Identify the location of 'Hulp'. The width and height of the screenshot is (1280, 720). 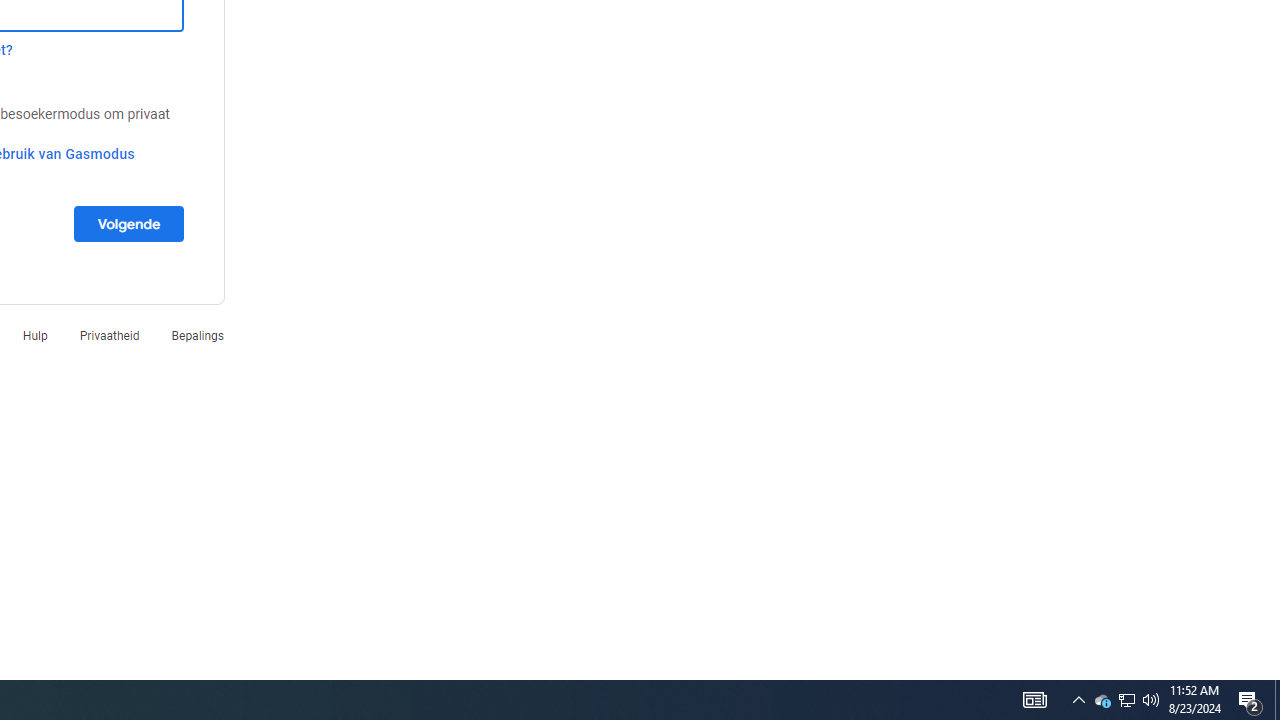
(35, 334).